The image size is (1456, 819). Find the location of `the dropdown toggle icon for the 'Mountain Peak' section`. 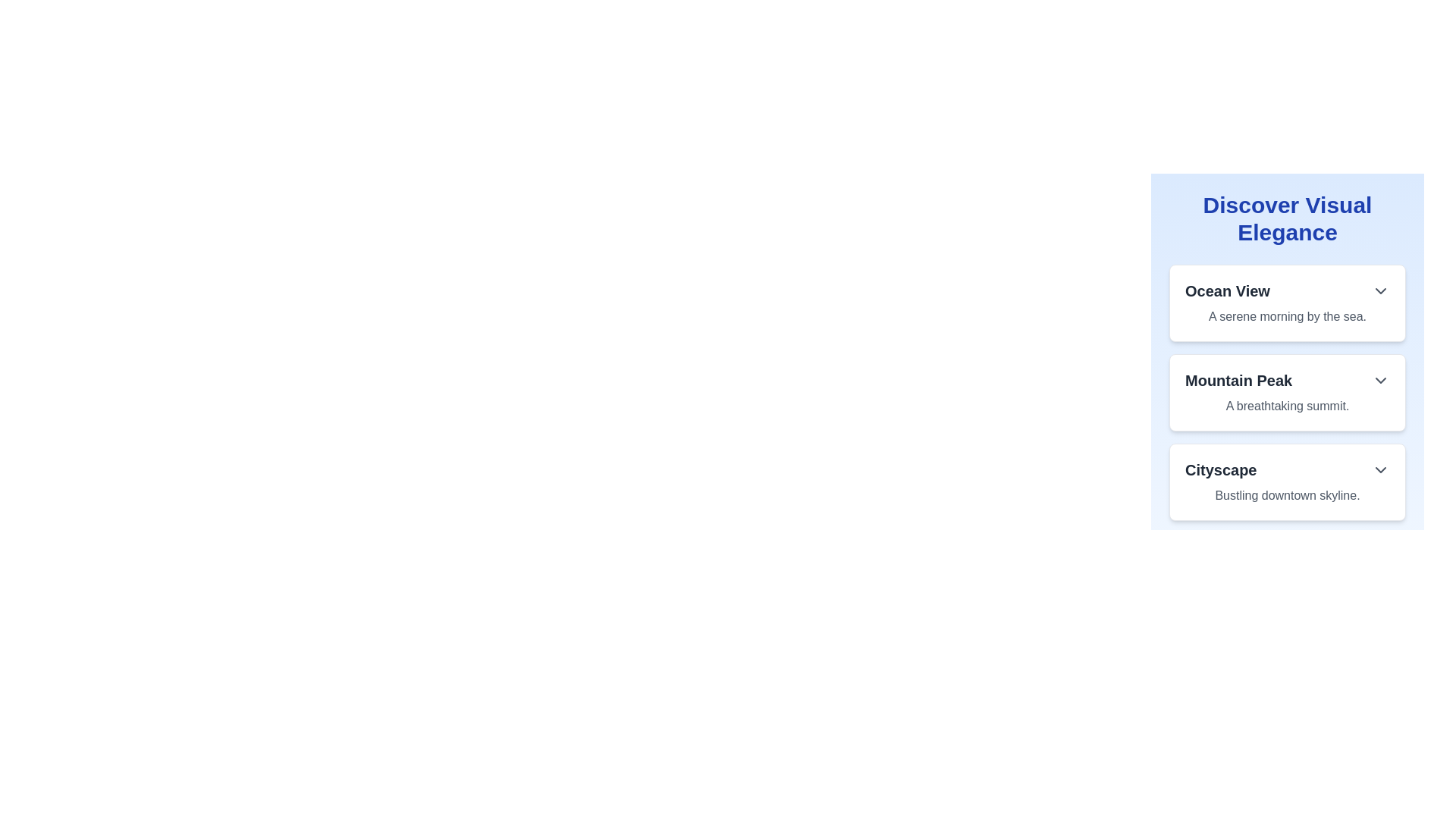

the dropdown toggle icon for the 'Mountain Peak' section is located at coordinates (1380, 379).